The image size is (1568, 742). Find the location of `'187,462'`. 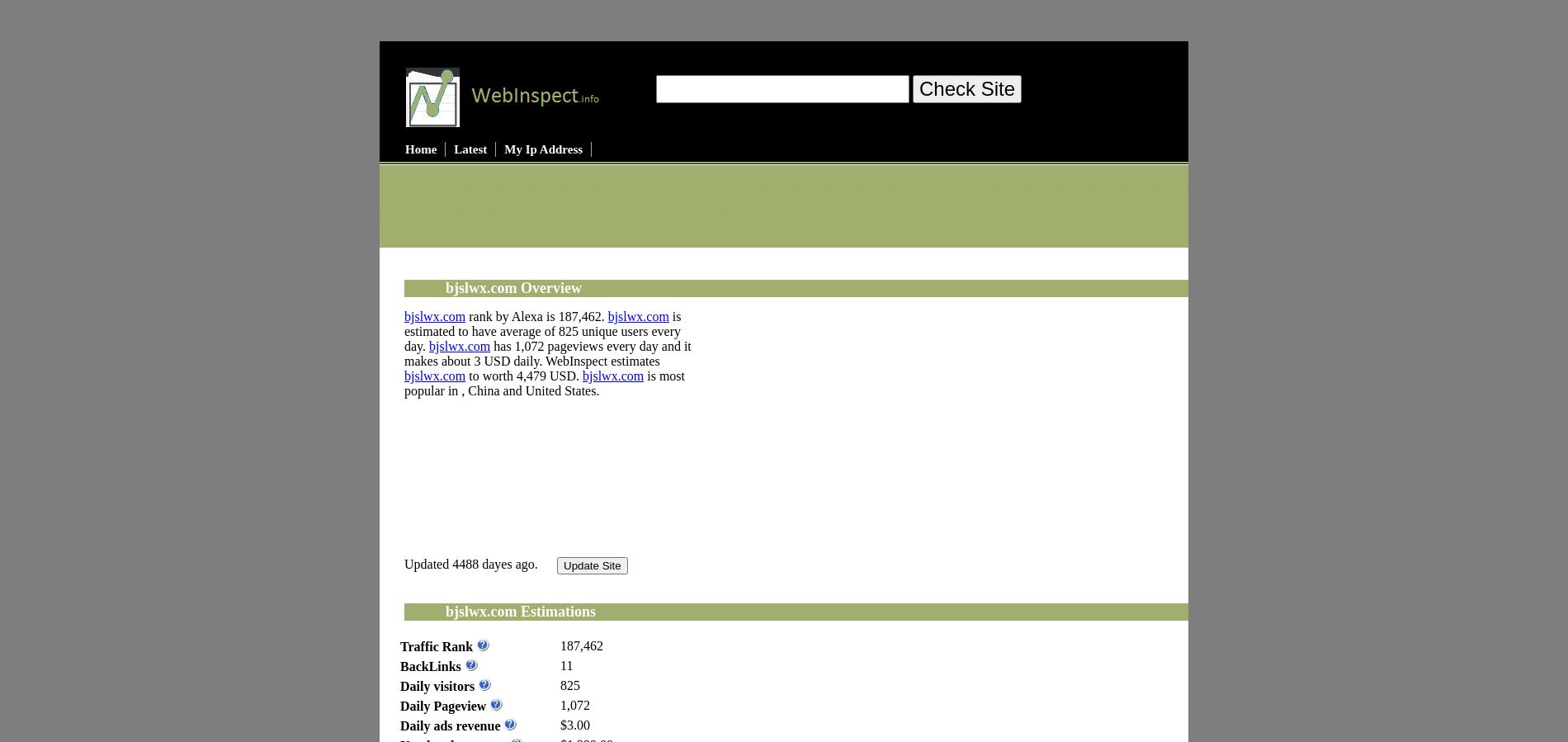

'187,462' is located at coordinates (560, 645).